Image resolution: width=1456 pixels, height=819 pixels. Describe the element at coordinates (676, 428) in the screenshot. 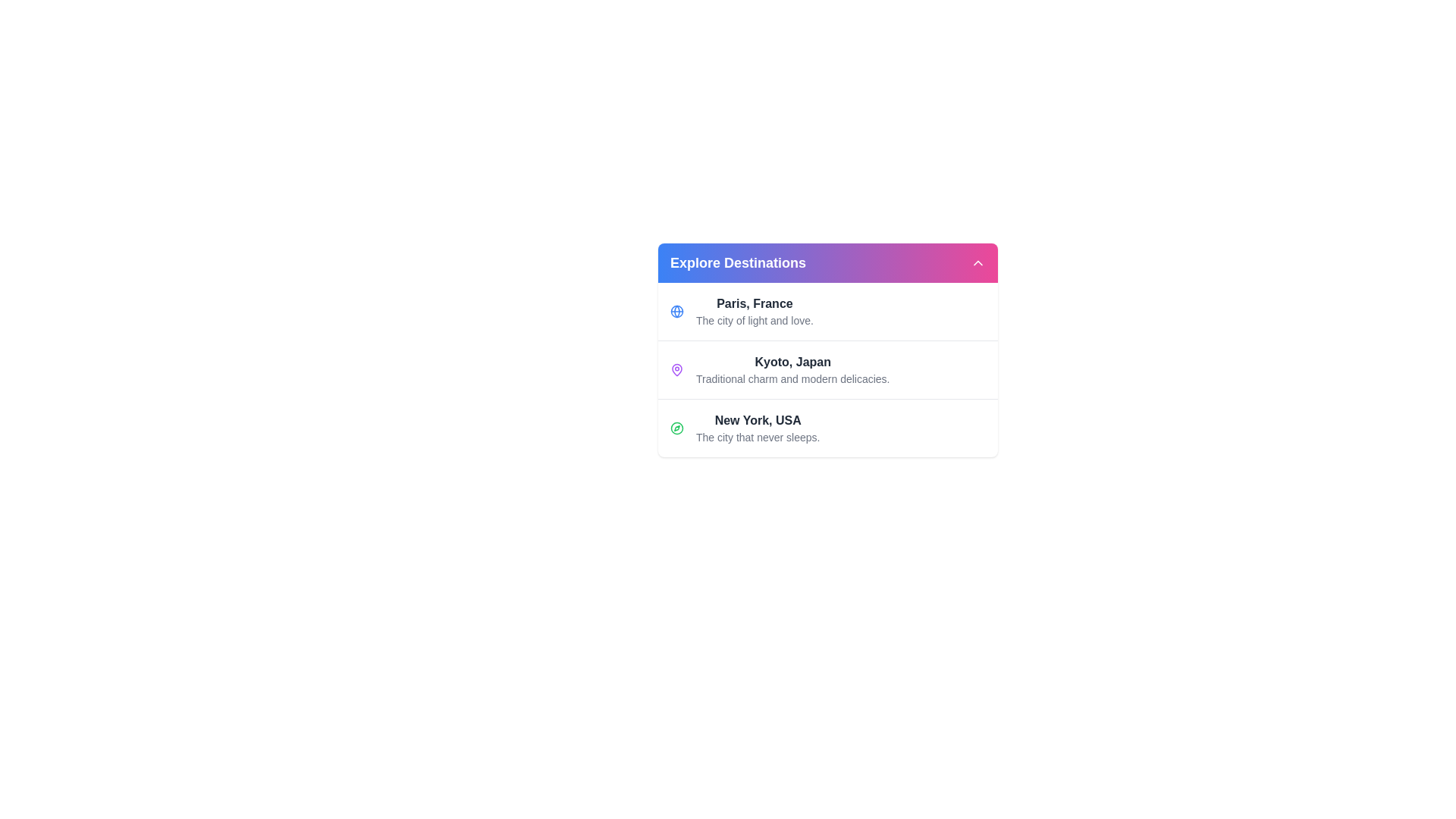

I see `the compass icon located to the left of the 'New York, USA' text in the third row of destinations` at that location.